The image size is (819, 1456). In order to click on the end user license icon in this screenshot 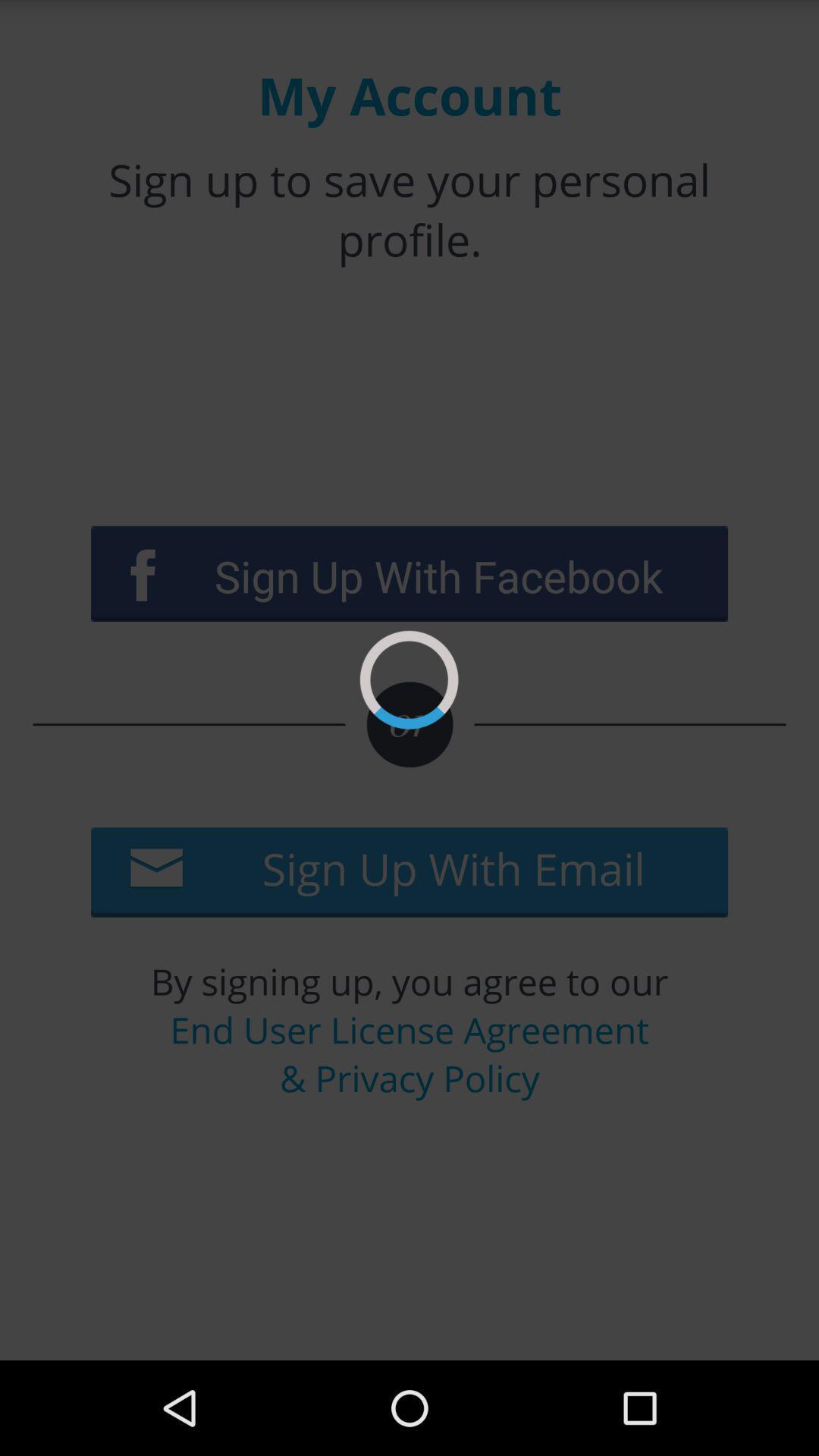, I will do `click(409, 1053)`.